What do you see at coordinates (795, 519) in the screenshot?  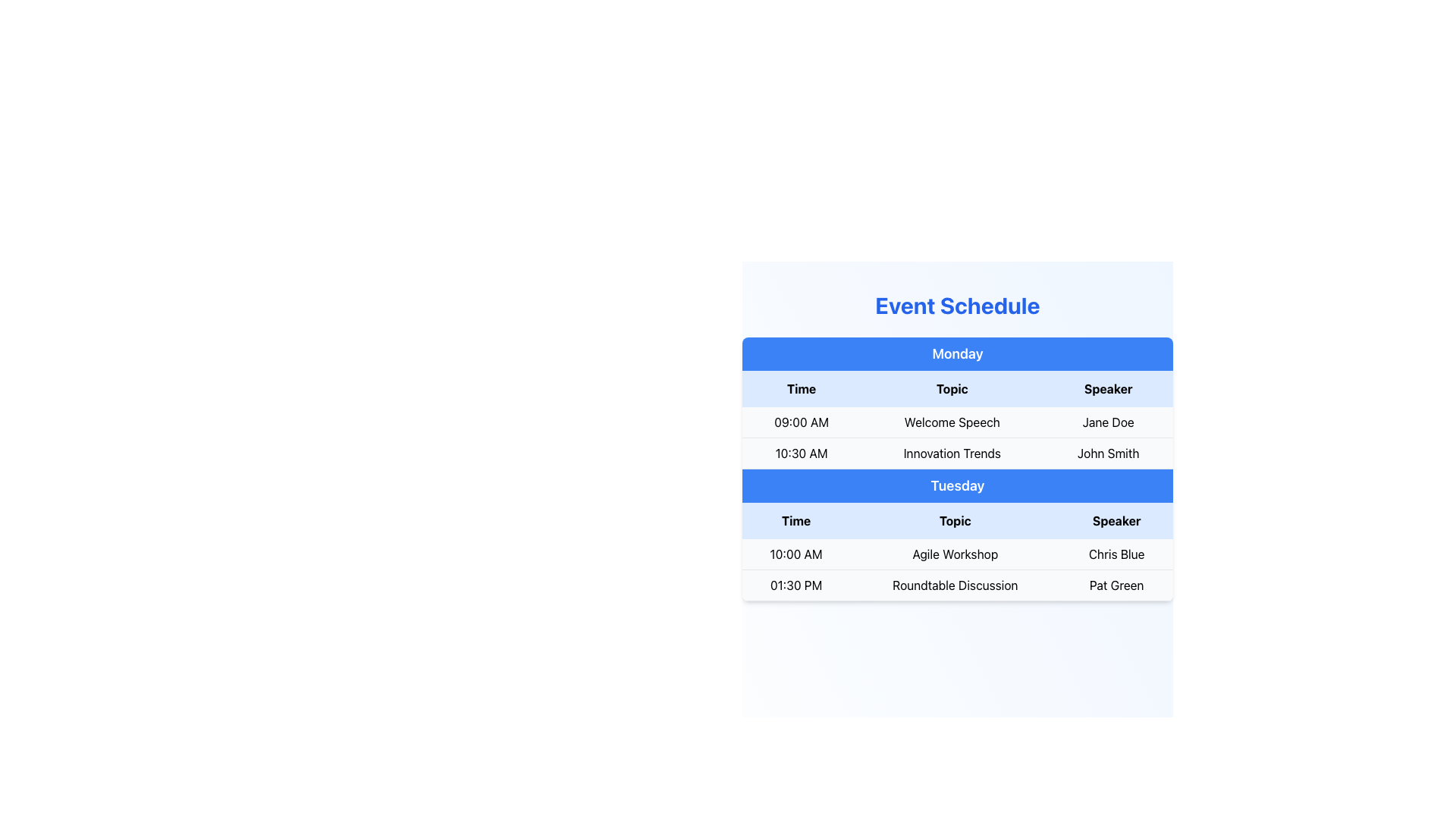 I see `the 'Time' text header element, which is bold and black on a blue background, located in the second header row under 'Tuesday' in the scheduling interface` at bounding box center [795, 519].